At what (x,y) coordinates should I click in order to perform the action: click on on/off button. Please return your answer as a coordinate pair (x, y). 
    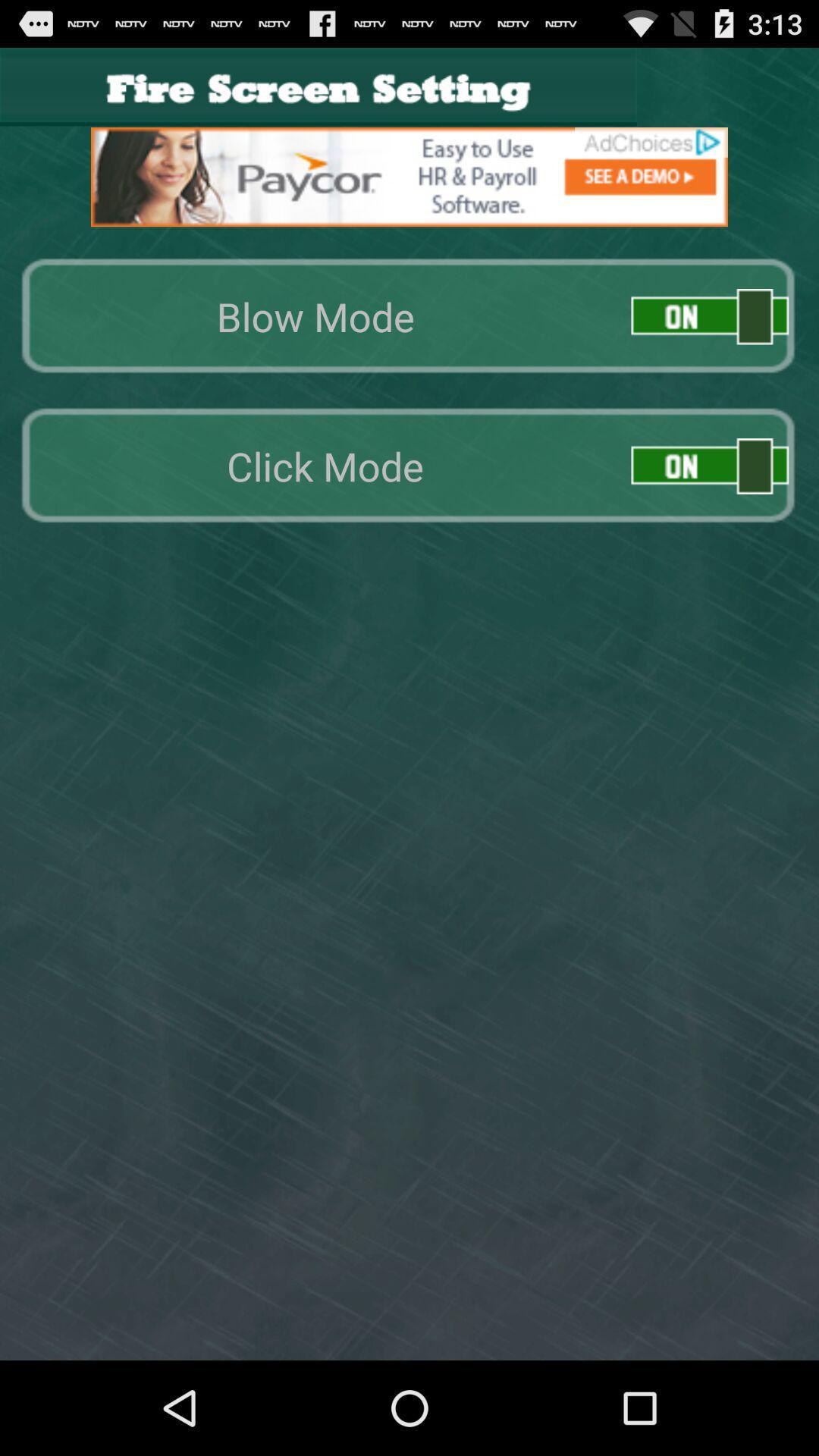
    Looking at the image, I should click on (710, 465).